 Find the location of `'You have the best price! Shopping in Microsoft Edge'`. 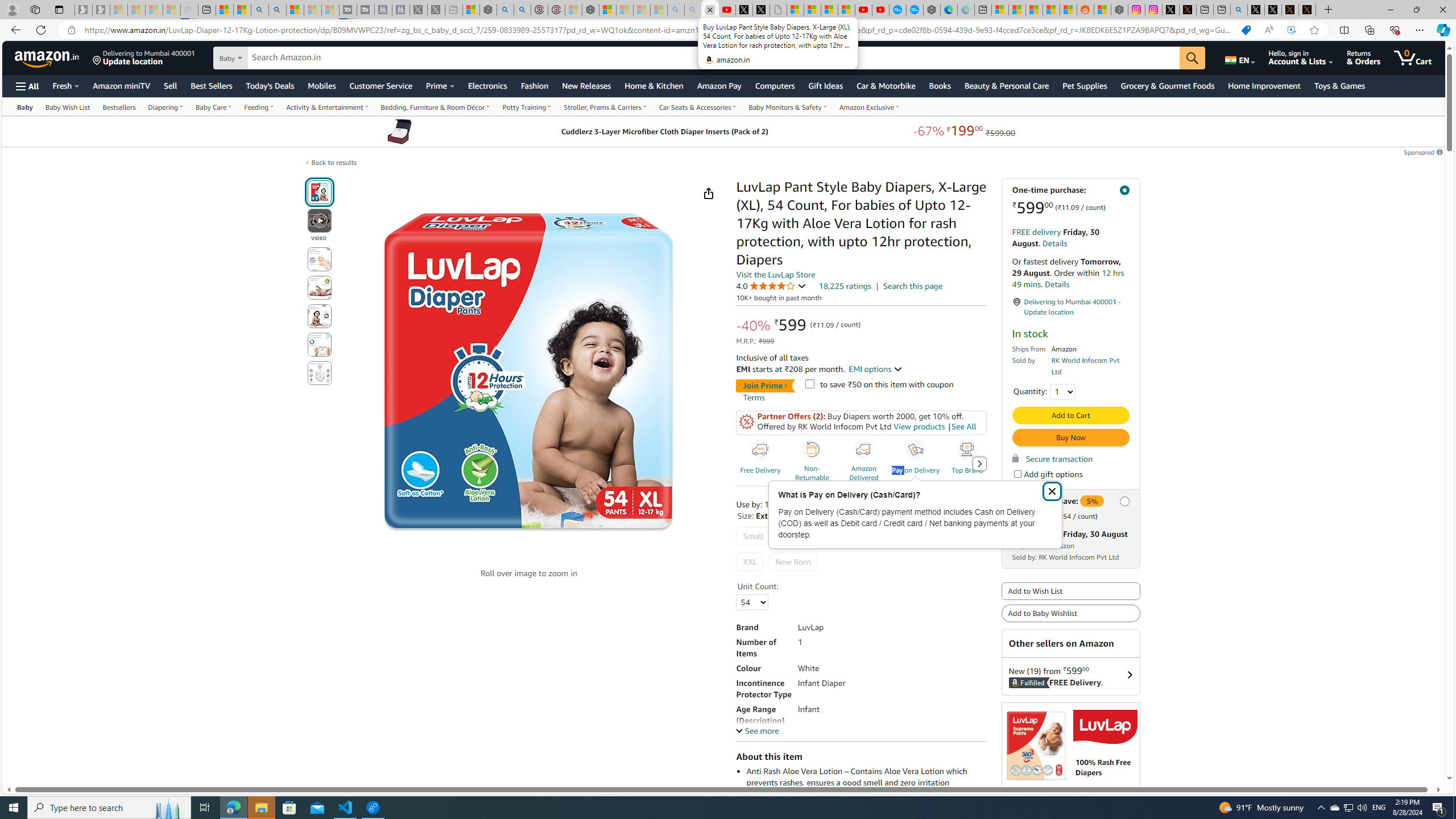

'You have the best price! Shopping in Microsoft Edge' is located at coordinates (1246, 30).